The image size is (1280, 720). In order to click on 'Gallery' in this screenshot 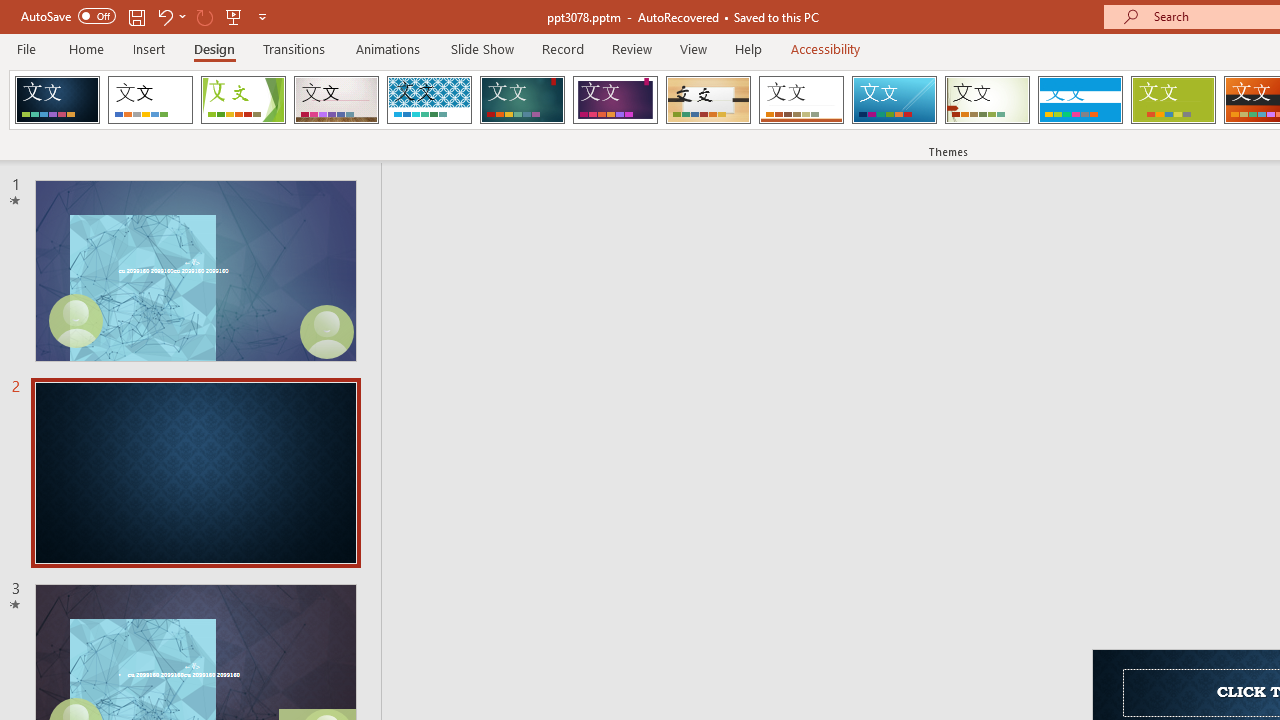, I will do `click(336, 100)`.